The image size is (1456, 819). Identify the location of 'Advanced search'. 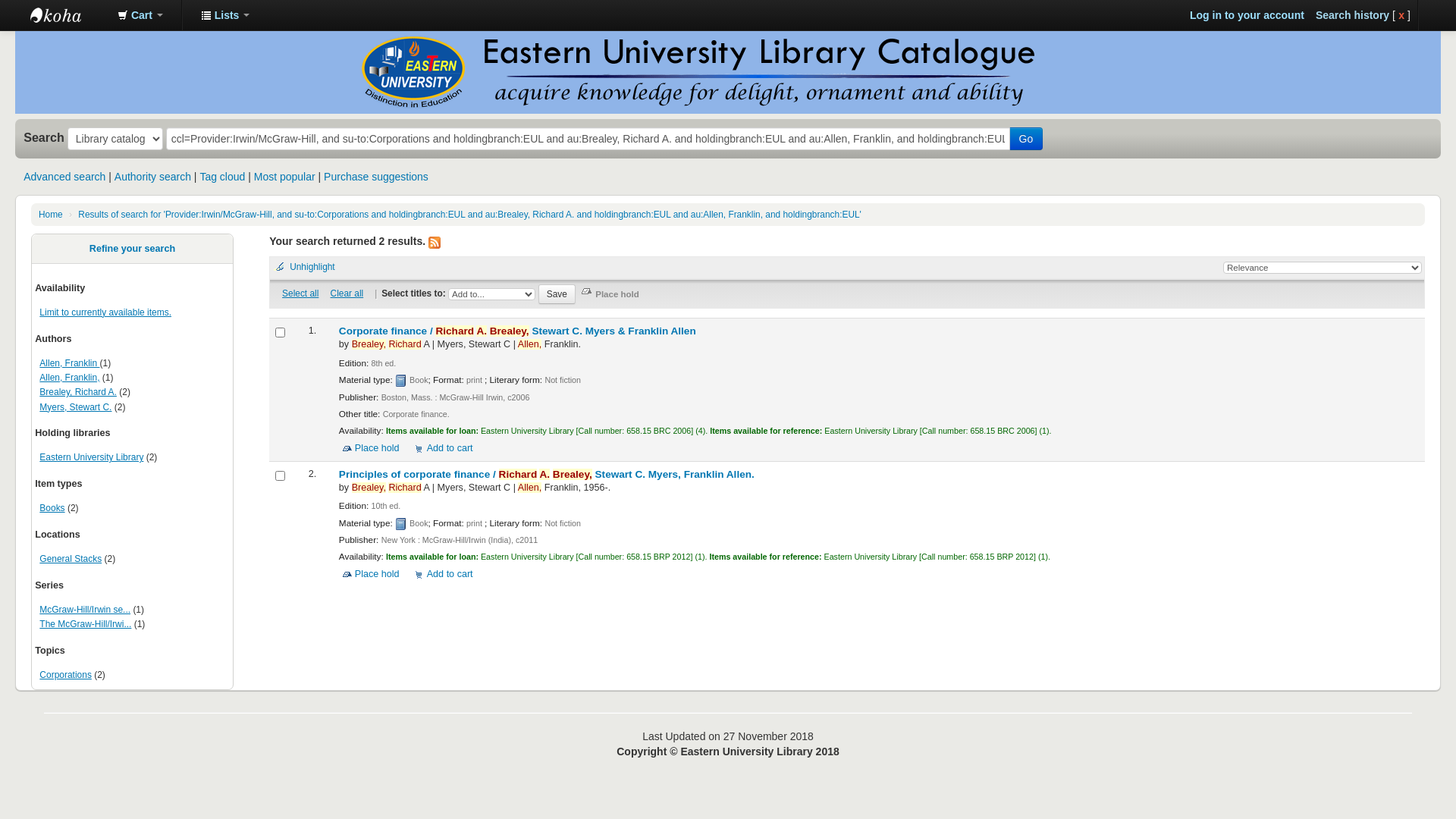
(23, 175).